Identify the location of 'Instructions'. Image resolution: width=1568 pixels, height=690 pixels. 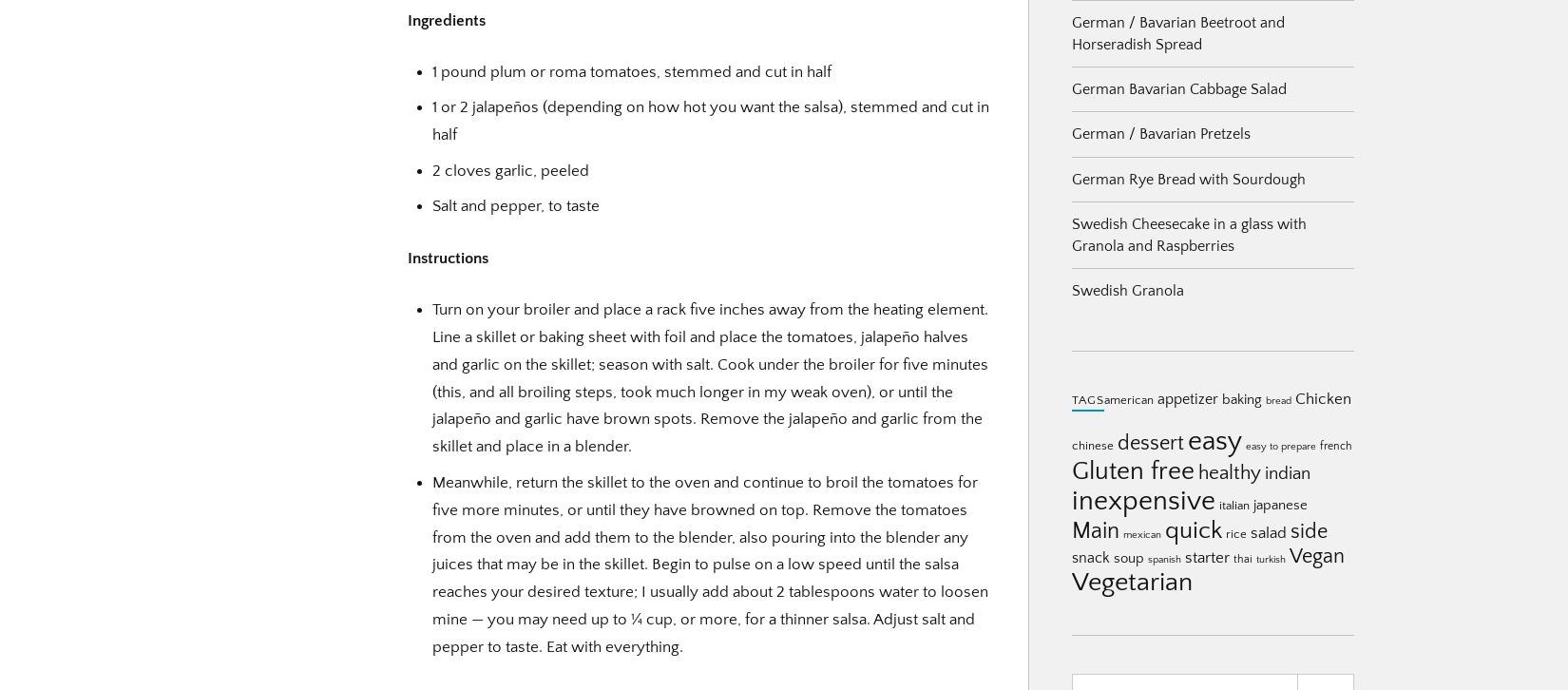
(447, 257).